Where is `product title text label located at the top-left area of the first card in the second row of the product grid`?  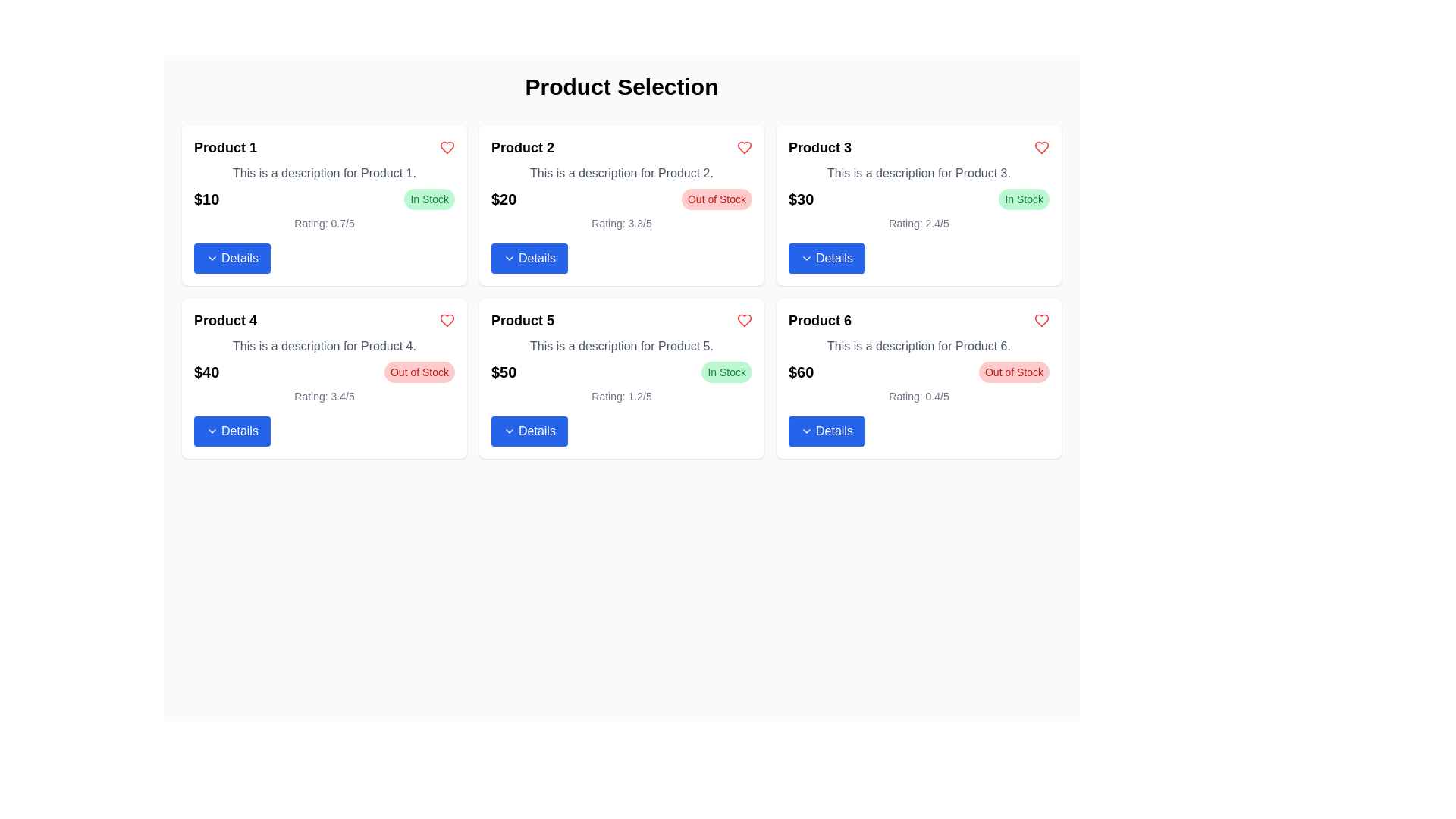
product title text label located at the top-left area of the first card in the second row of the product grid is located at coordinates (522, 320).